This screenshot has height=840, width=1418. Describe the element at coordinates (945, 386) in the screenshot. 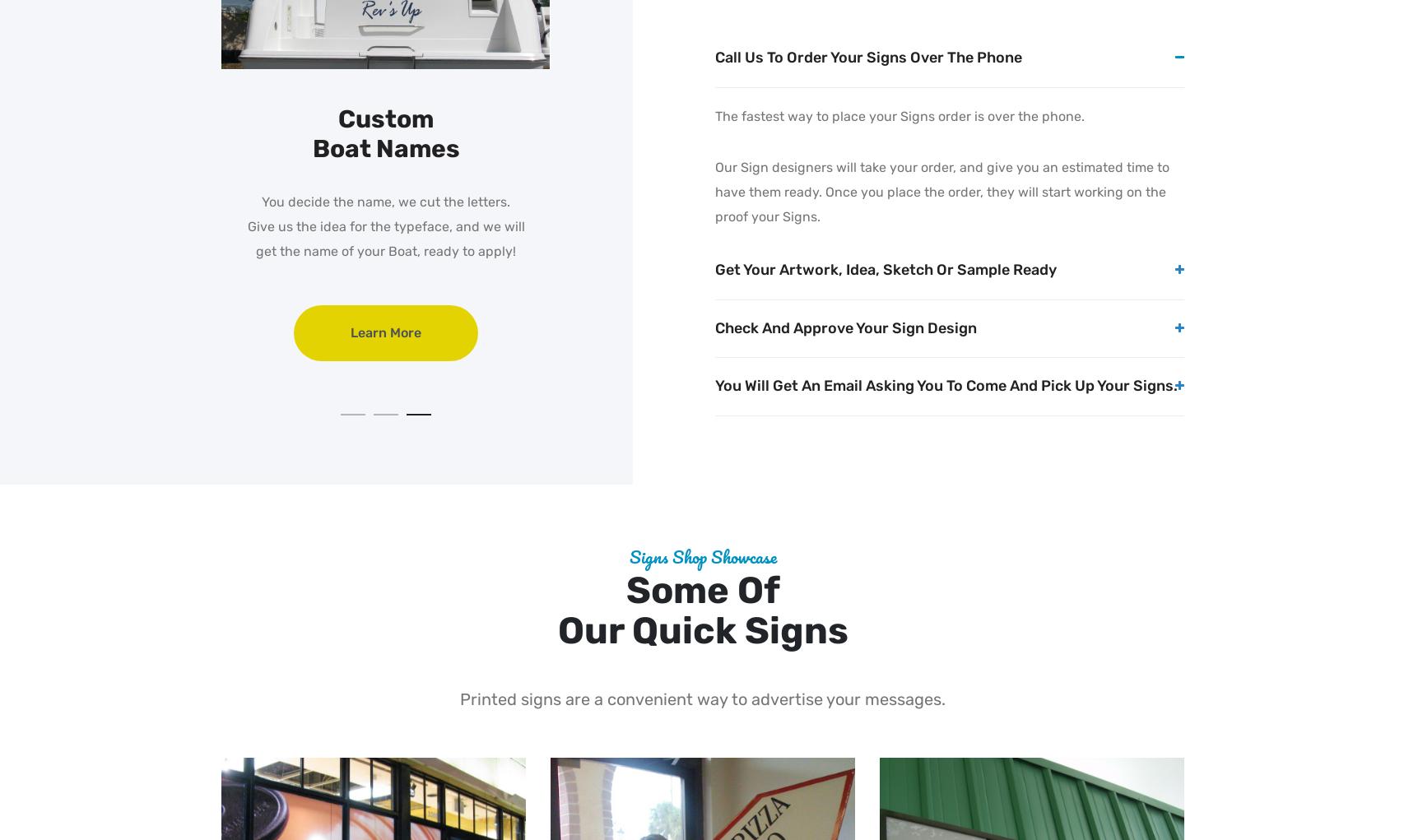

I see `'you will get an email asking you to come and pick up your signs.'` at that location.